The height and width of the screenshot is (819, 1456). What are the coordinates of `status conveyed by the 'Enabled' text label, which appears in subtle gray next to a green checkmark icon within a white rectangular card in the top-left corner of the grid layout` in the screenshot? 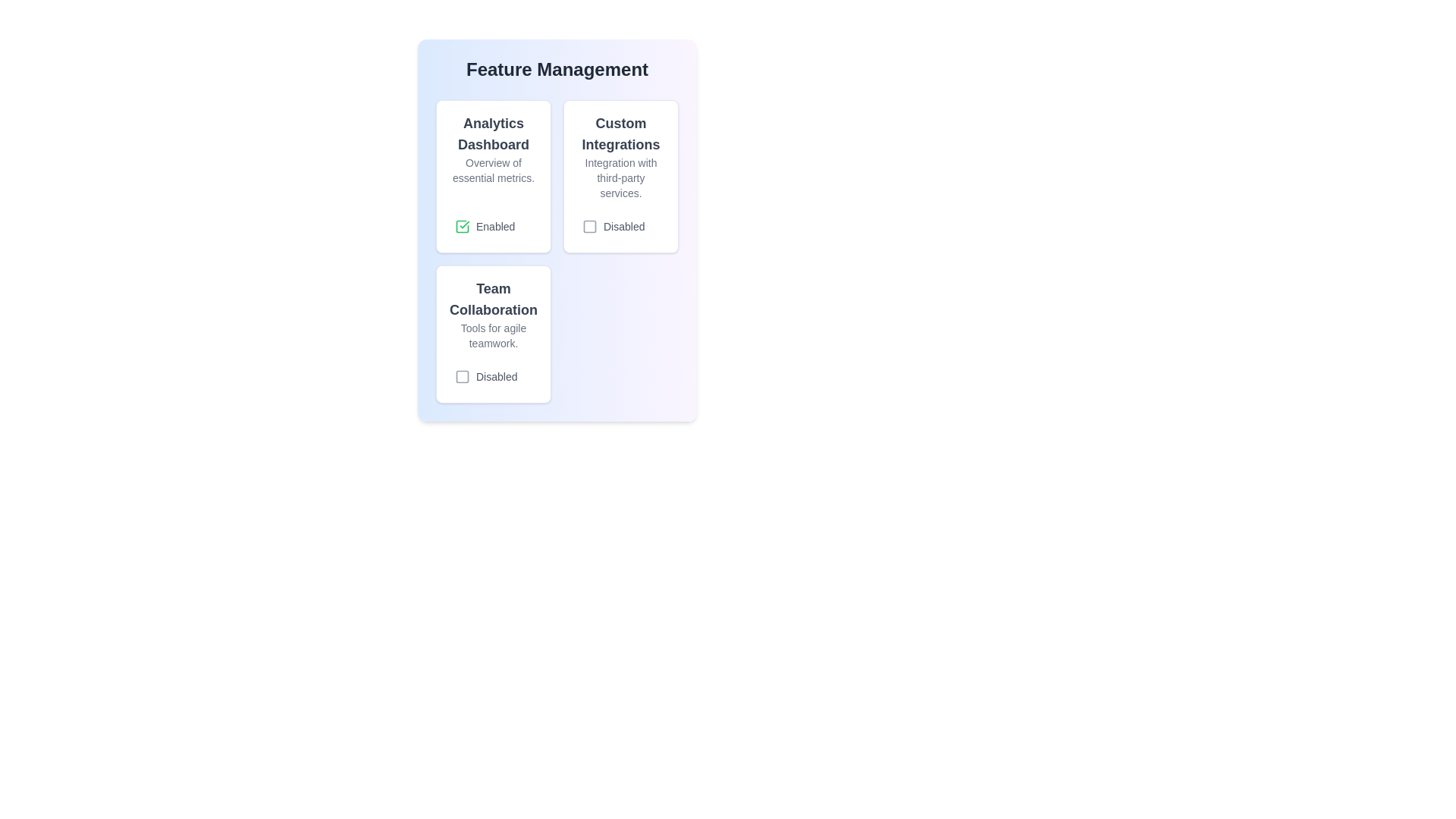 It's located at (495, 227).